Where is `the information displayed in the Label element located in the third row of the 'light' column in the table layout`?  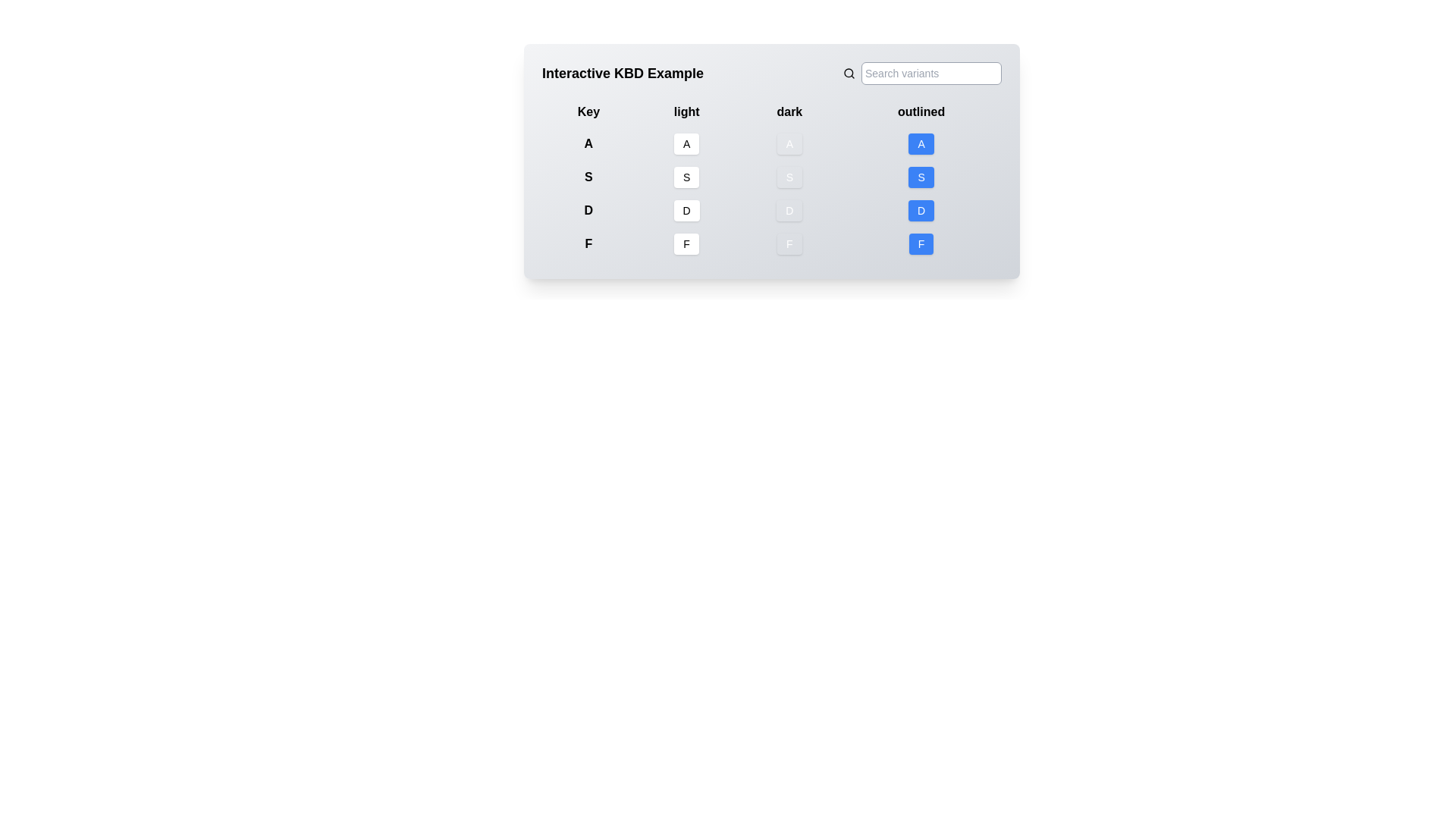 the information displayed in the Label element located in the third row of the 'light' column in the table layout is located at coordinates (686, 210).